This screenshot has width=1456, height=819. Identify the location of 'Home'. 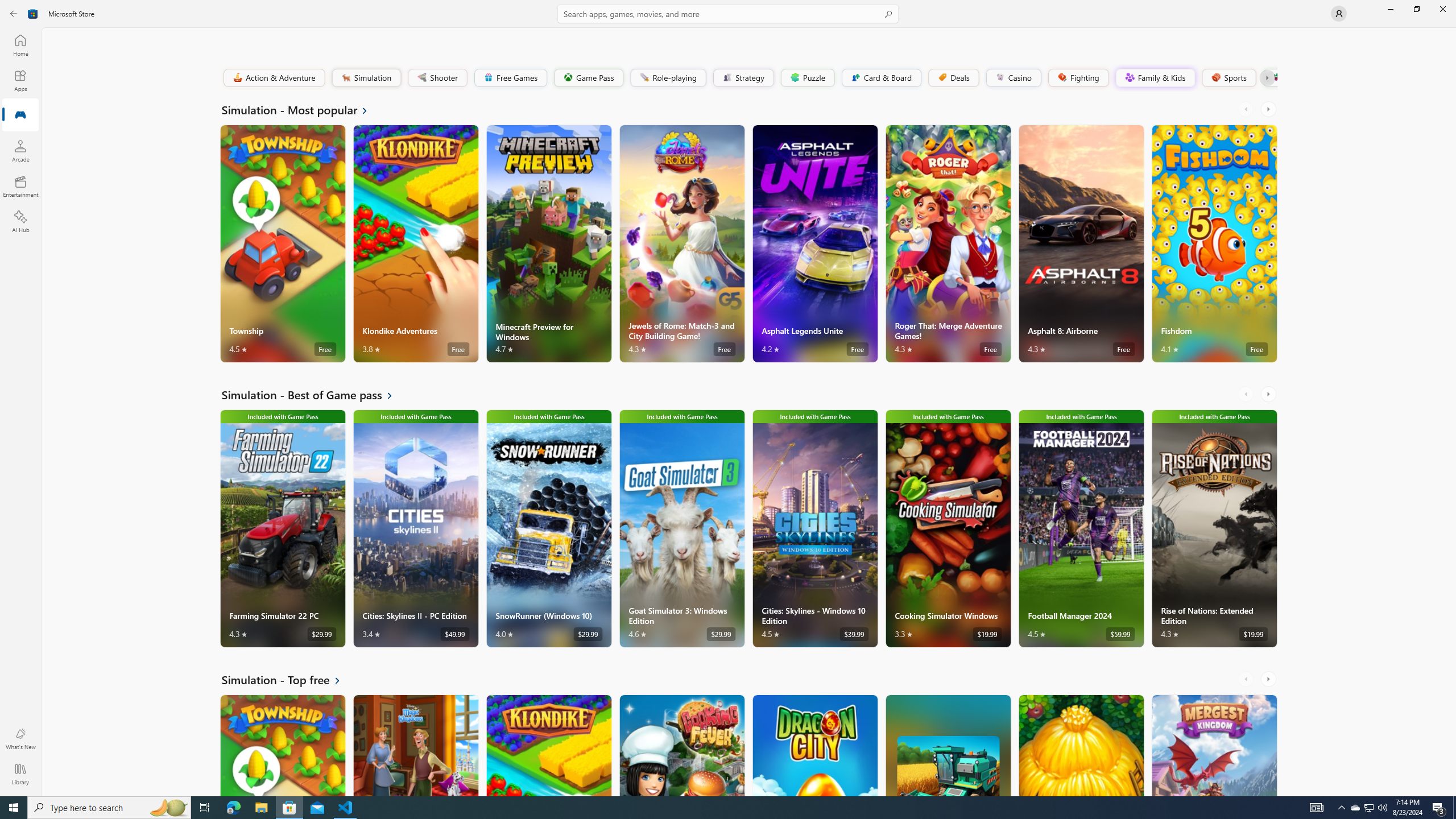
(19, 44).